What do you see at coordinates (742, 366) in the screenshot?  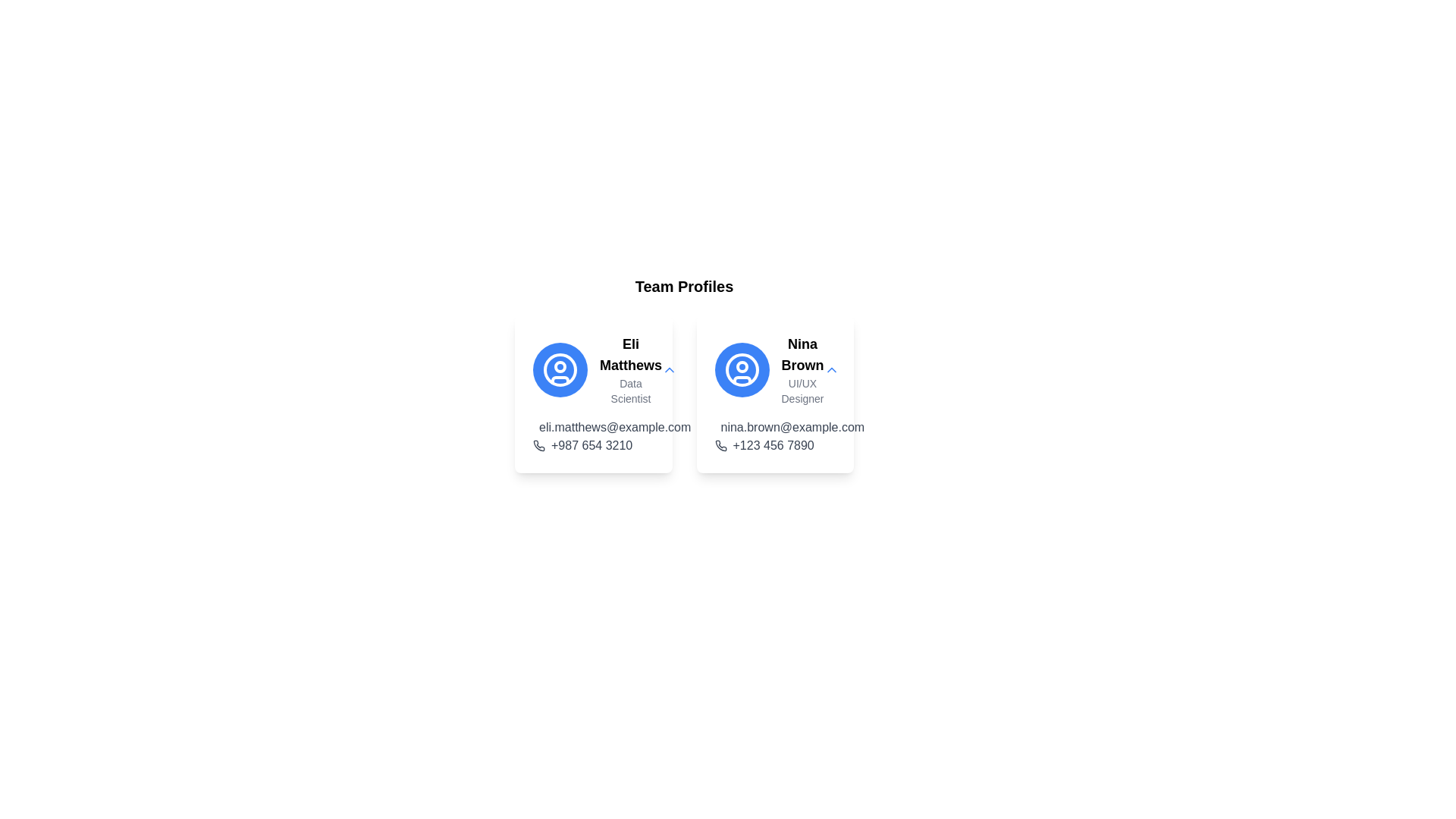 I see `the inner circular component of the SVG icon located at the top-center of the enclosing circle in the user profile section` at bounding box center [742, 366].